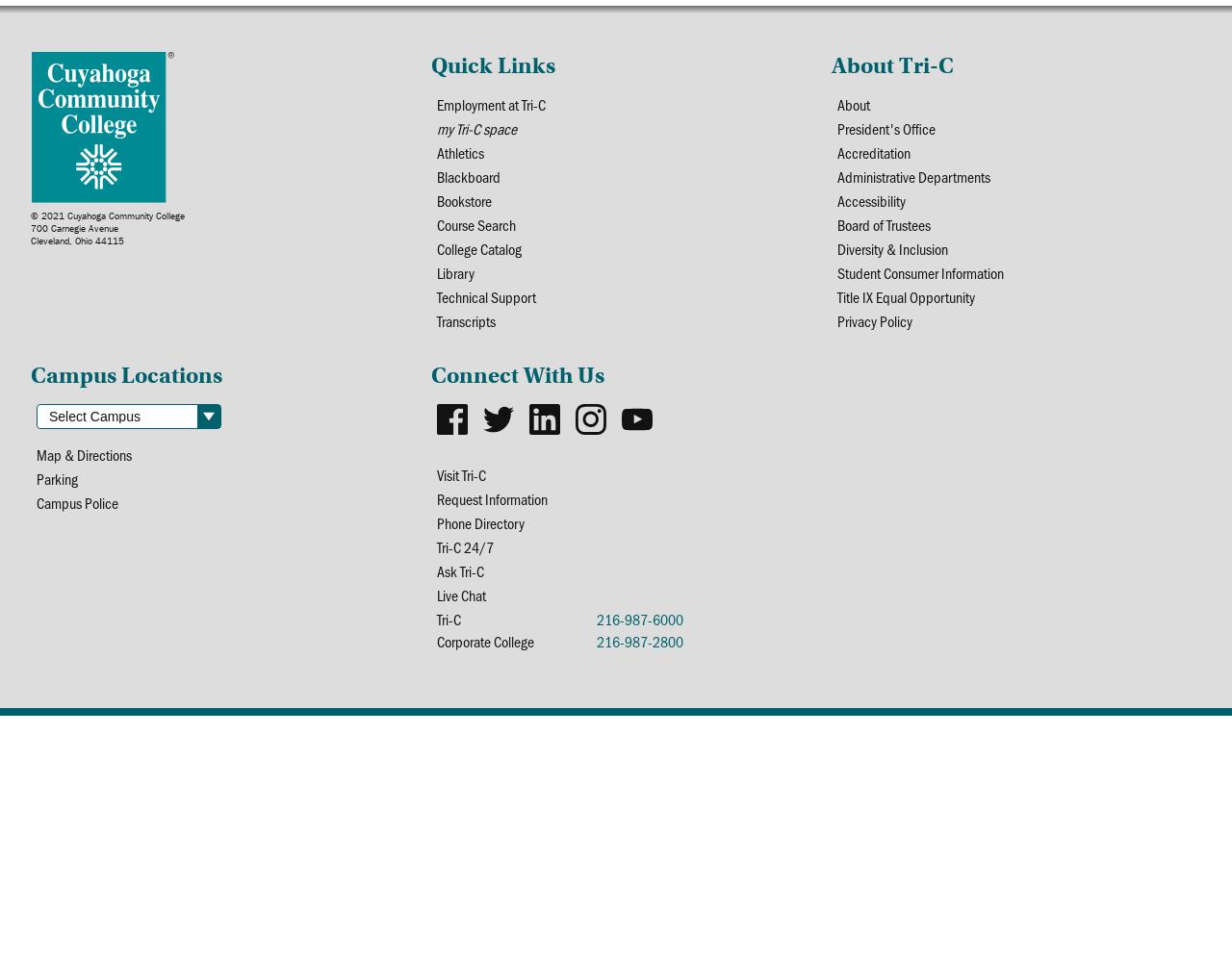  What do you see at coordinates (458, 152) in the screenshot?
I see `'Athletics'` at bounding box center [458, 152].